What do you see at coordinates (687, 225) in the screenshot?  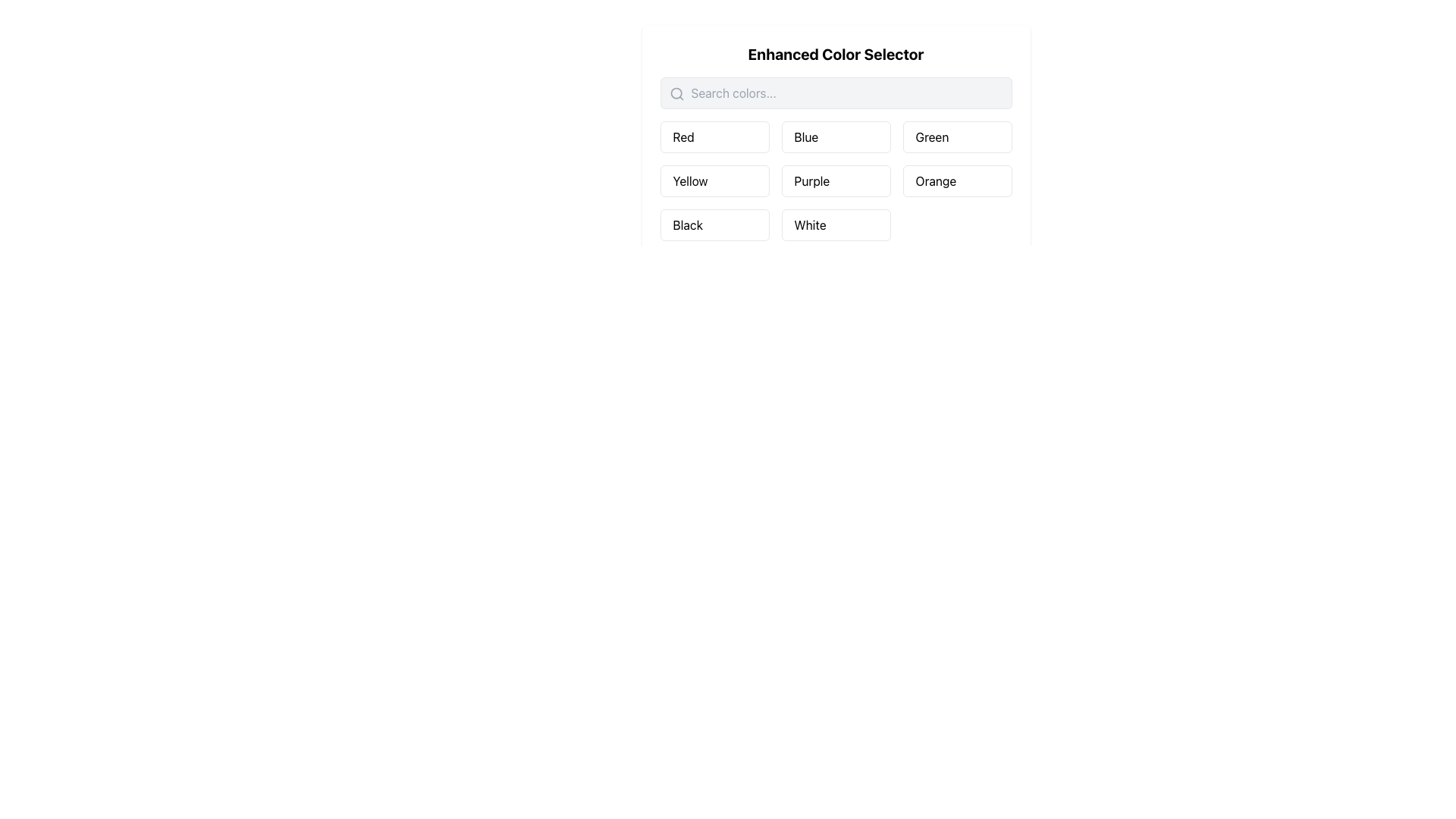 I see `the 'Black' text label within the button that is part of the Enhanced Color Selector interface` at bounding box center [687, 225].